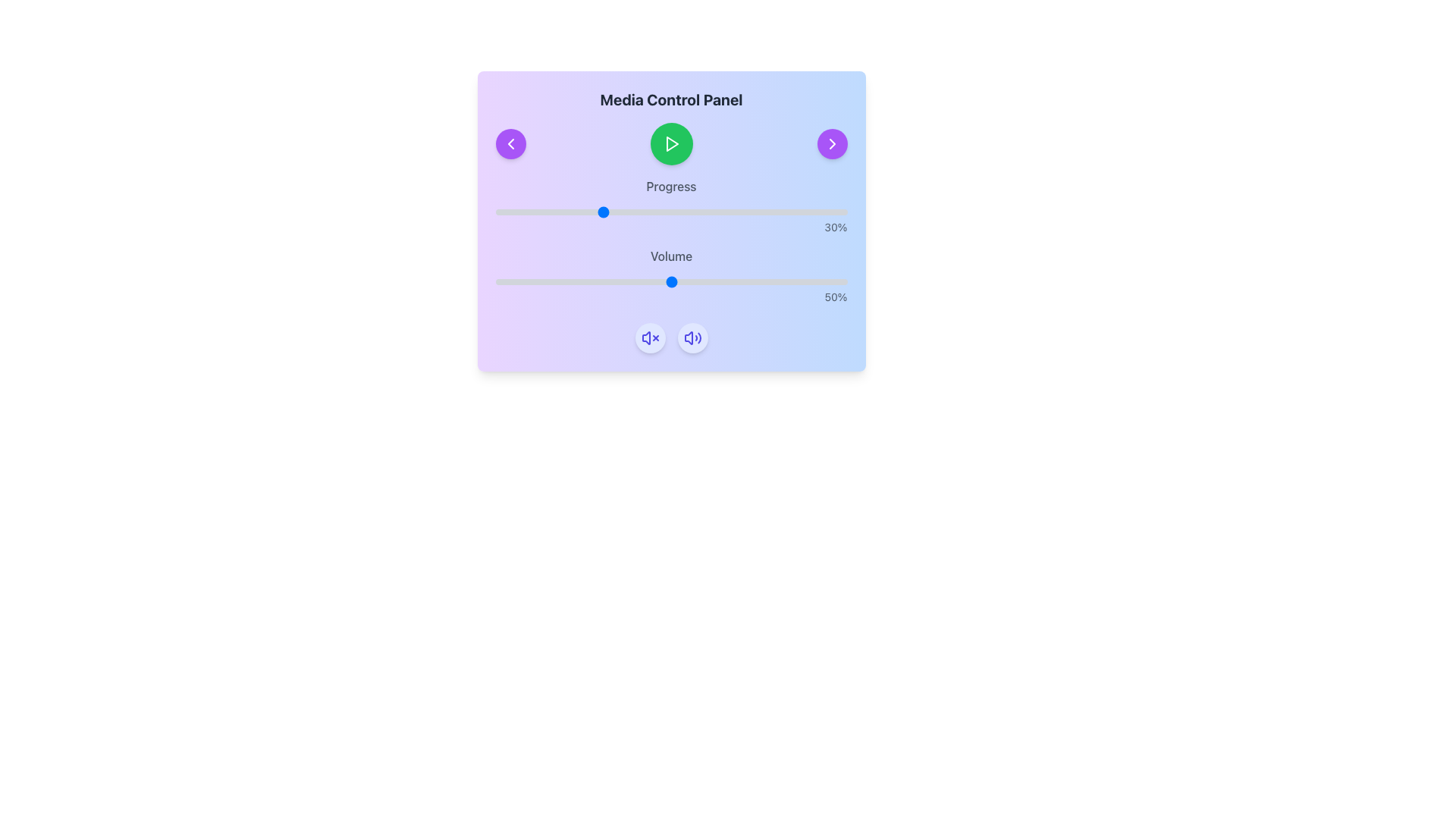 The width and height of the screenshot is (1456, 819). I want to click on progress, so click(766, 212).